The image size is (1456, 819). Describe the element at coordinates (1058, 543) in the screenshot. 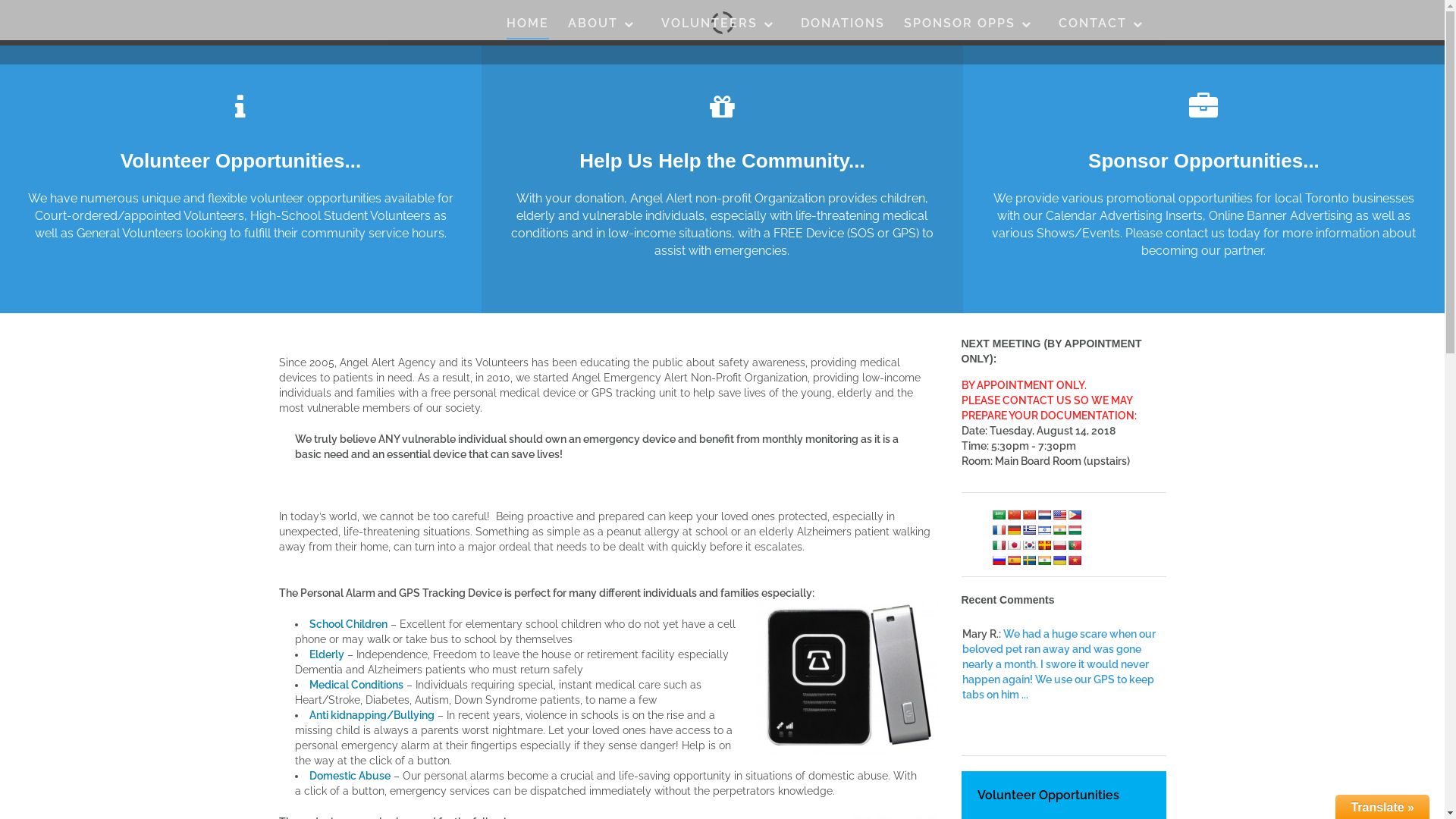

I see `'Polish'` at that location.